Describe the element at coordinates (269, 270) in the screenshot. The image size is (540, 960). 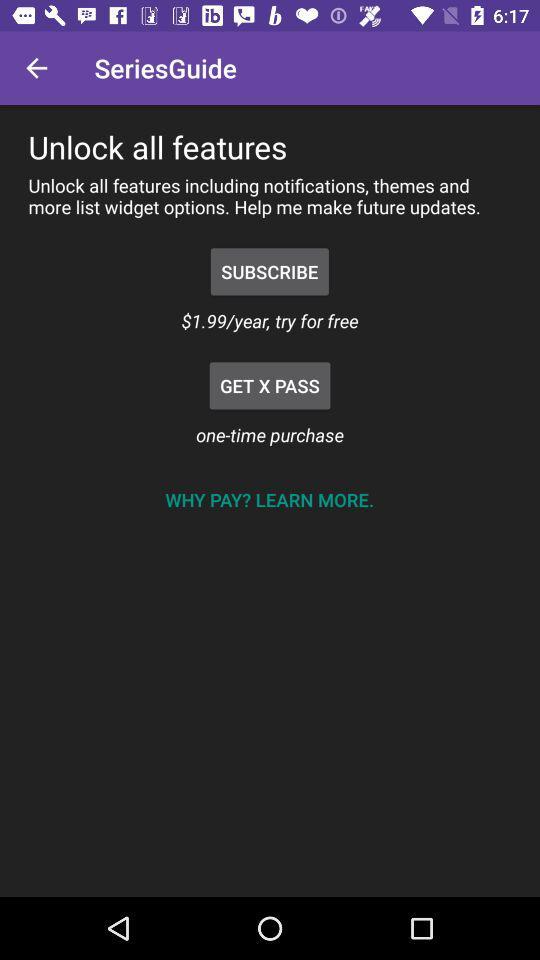
I see `subscribe icon` at that location.